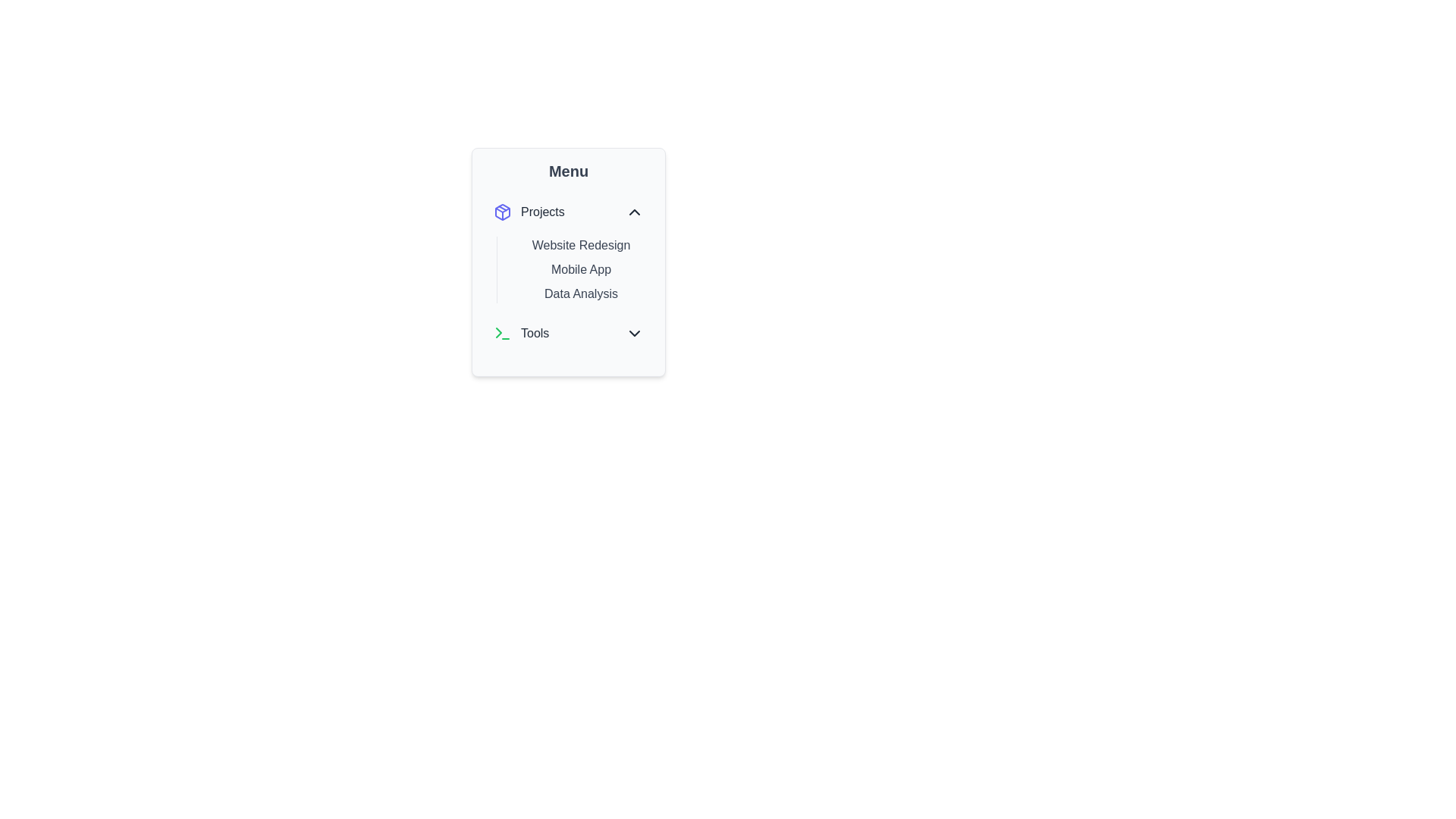 The height and width of the screenshot is (819, 1456). What do you see at coordinates (634, 212) in the screenshot?
I see `the chevron-up icon located to the right of the 'Projects' label` at bounding box center [634, 212].